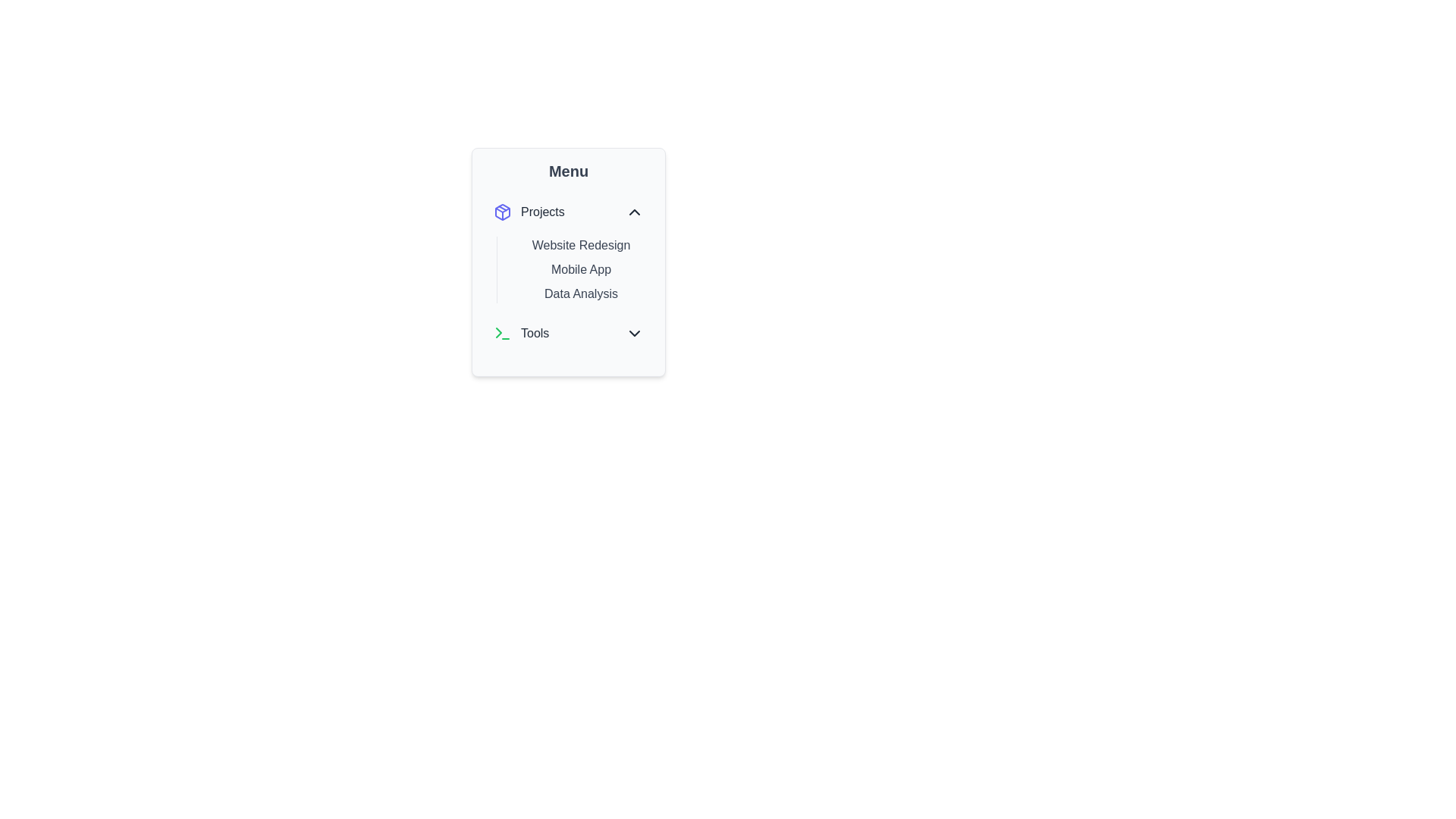 The height and width of the screenshot is (819, 1456). What do you see at coordinates (634, 212) in the screenshot?
I see `the chevron-up icon located to the right of the 'Projects' label` at bounding box center [634, 212].